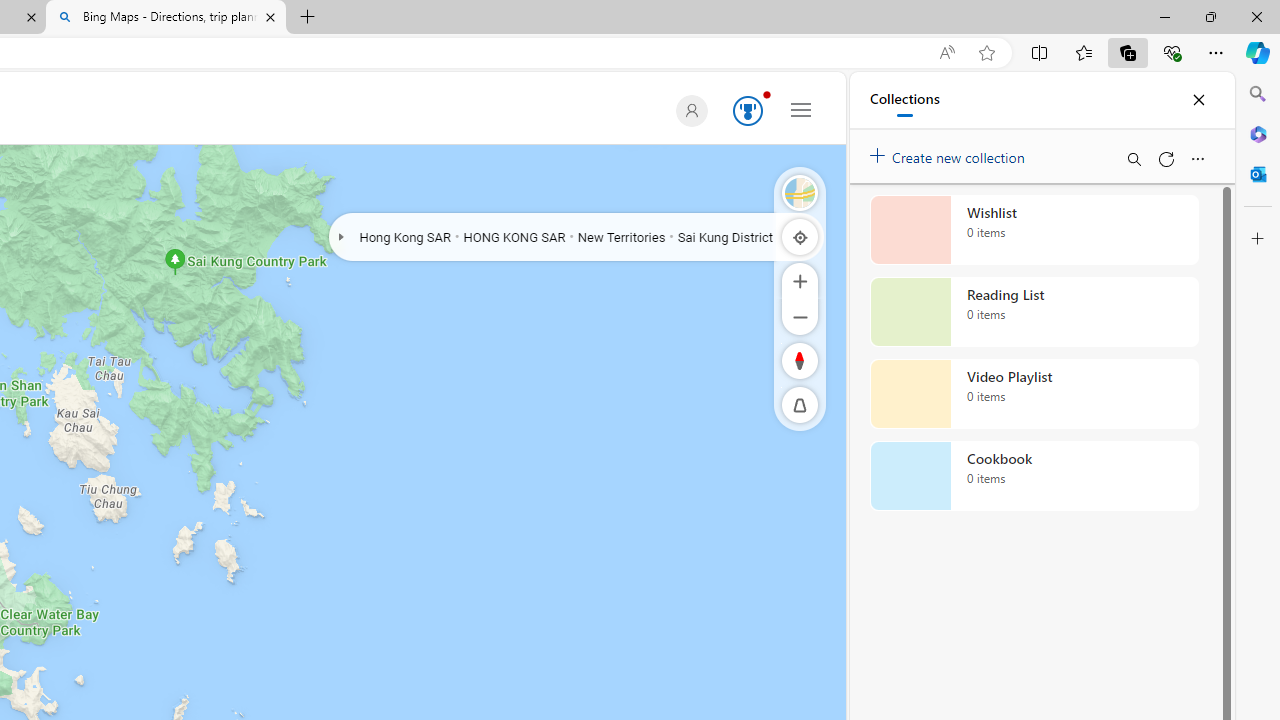 The height and width of the screenshot is (720, 1280). What do you see at coordinates (1034, 229) in the screenshot?
I see `'Wishlist collection, 0 items'` at bounding box center [1034, 229].